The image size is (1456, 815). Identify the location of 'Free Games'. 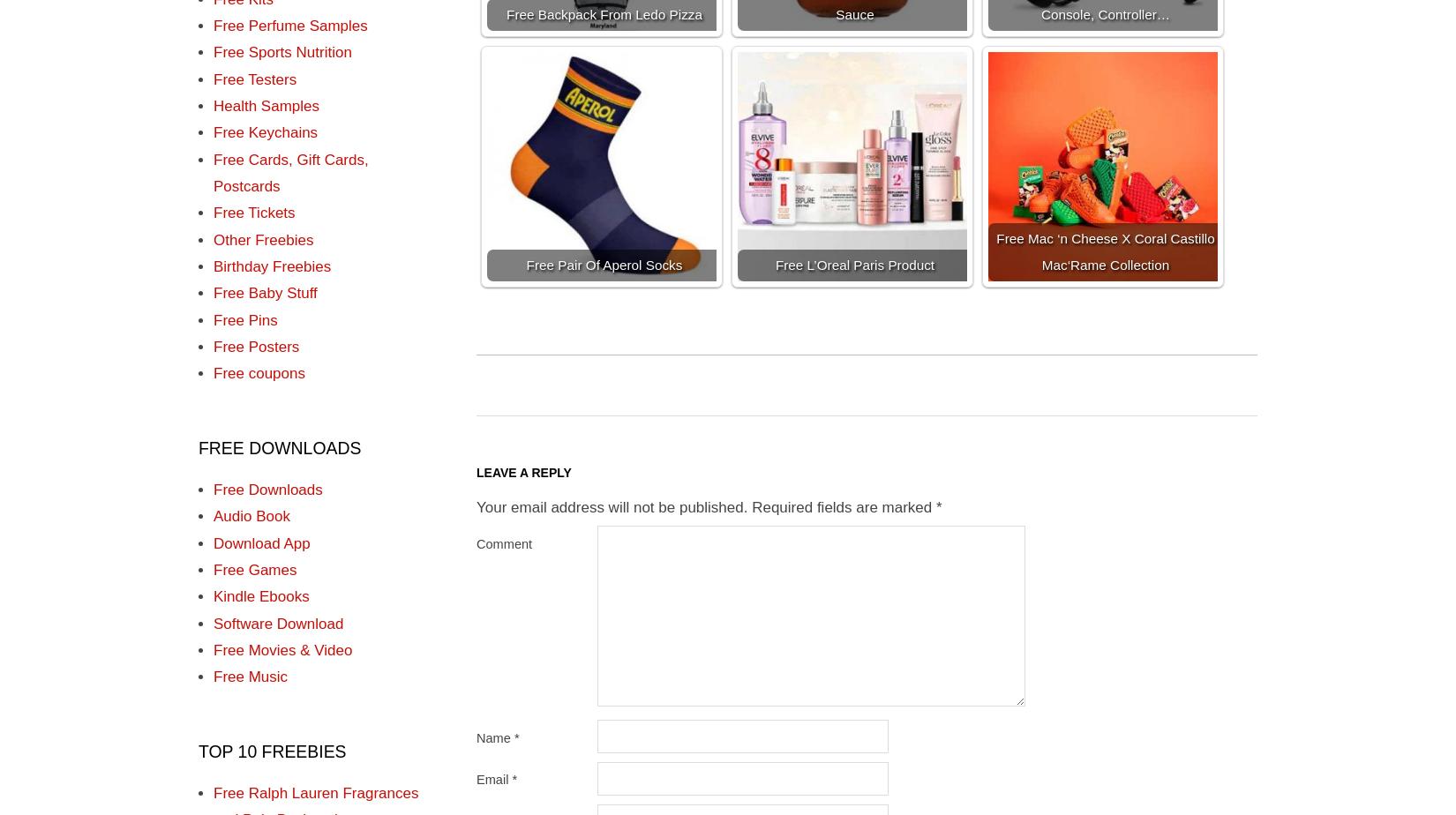
(214, 569).